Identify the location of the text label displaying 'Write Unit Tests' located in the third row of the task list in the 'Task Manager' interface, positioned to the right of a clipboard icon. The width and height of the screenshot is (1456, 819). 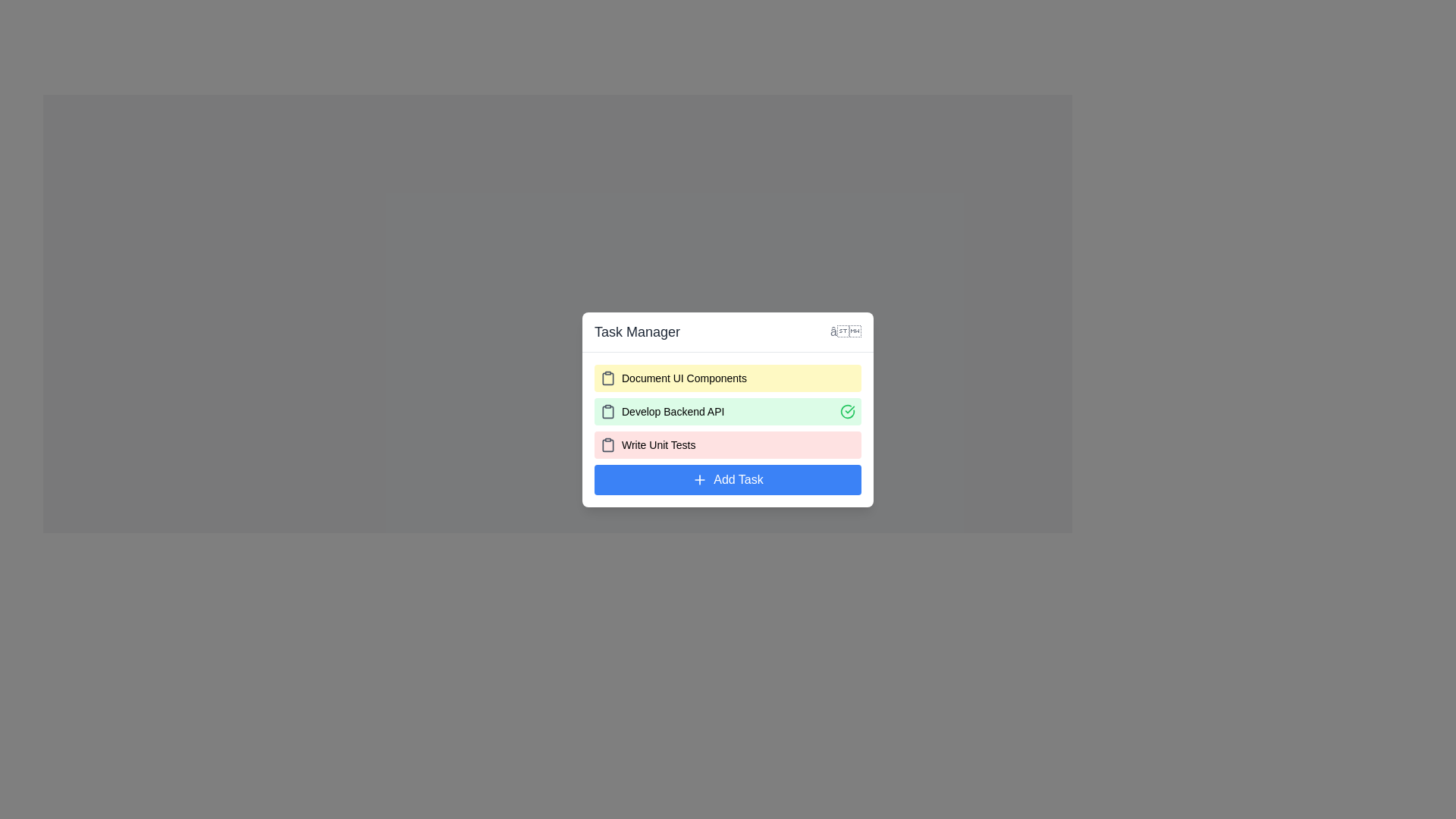
(658, 444).